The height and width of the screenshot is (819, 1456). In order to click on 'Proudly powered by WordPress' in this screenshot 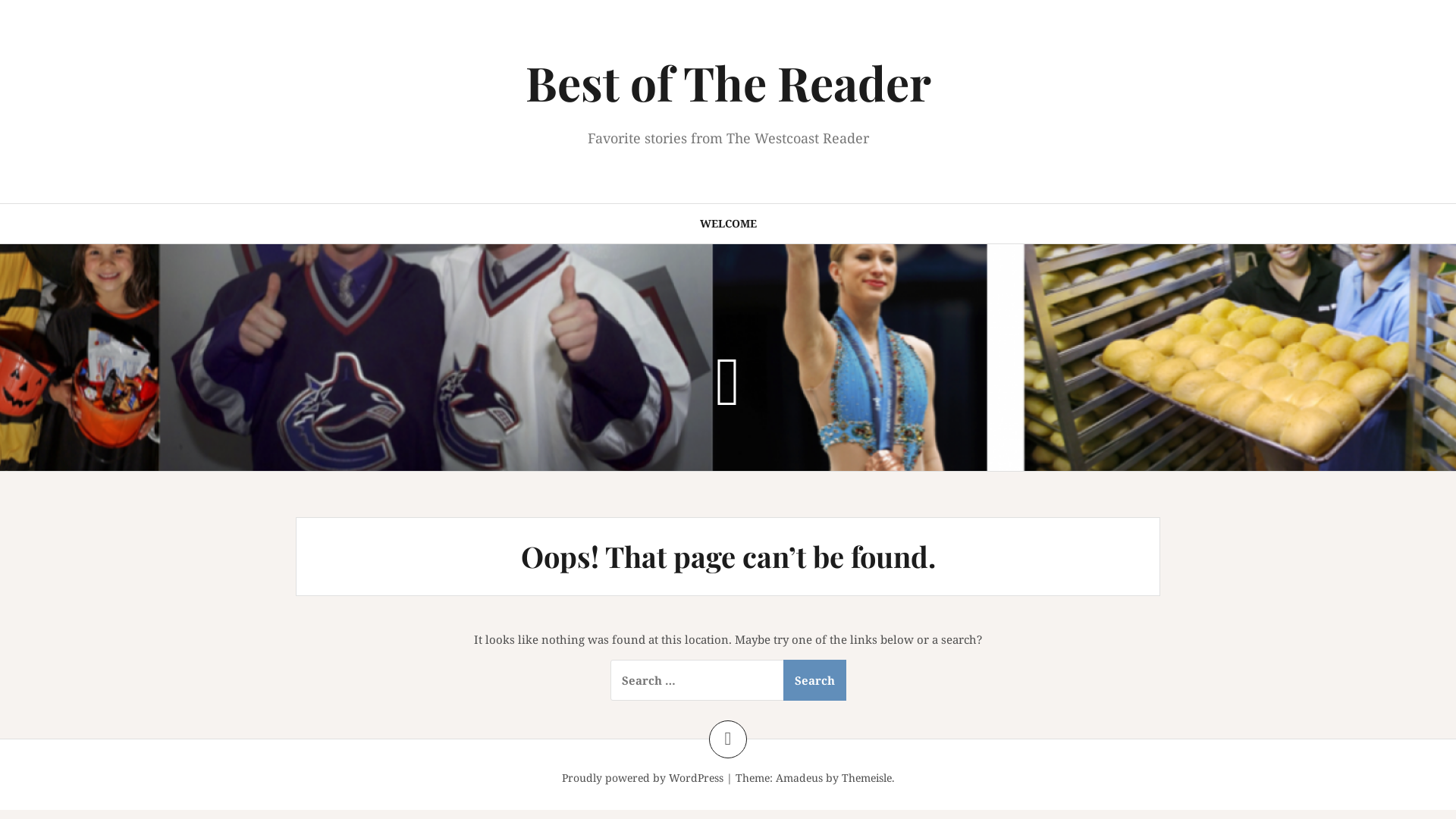, I will do `click(642, 777)`.